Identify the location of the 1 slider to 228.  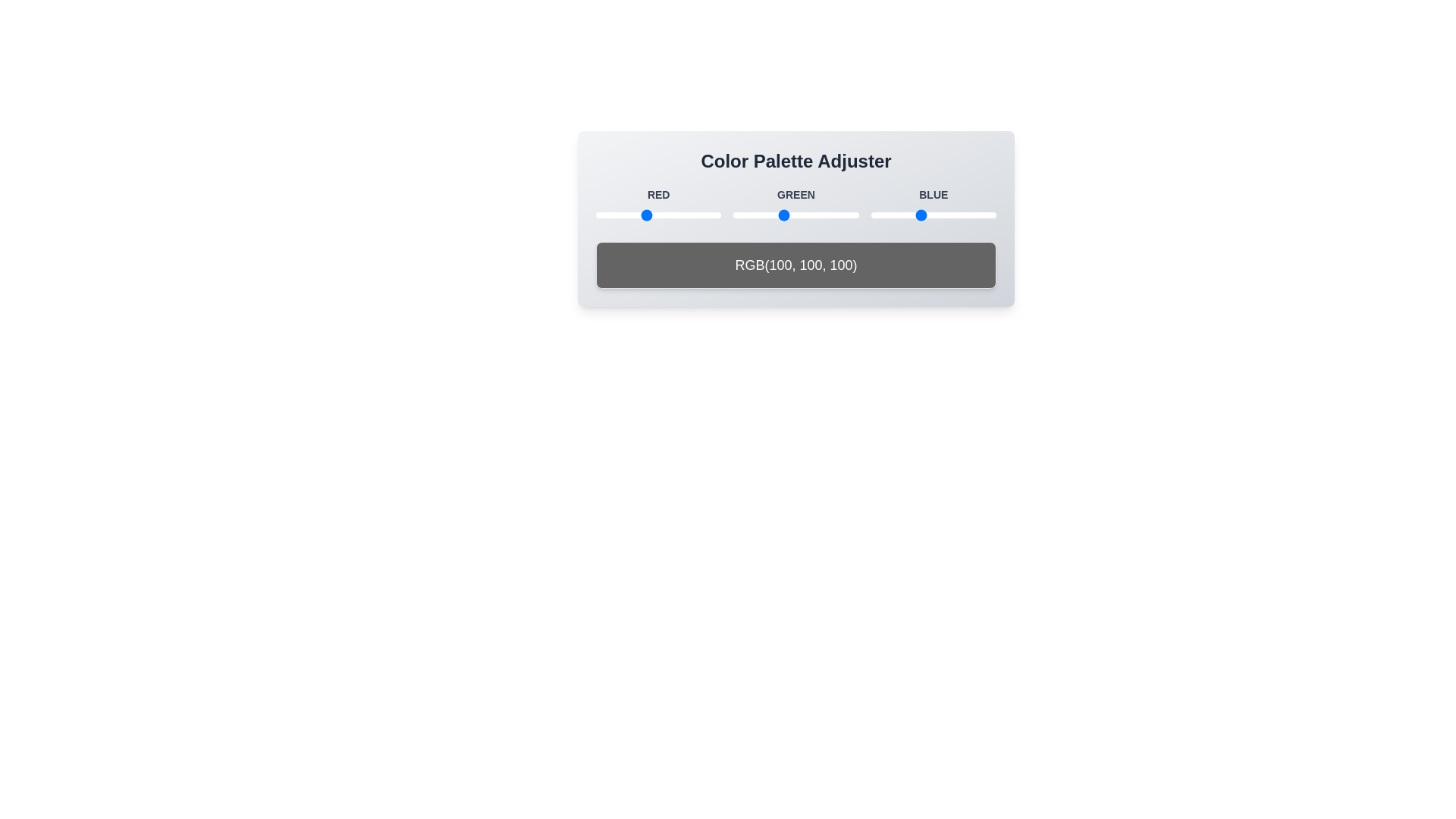
(707, 215).